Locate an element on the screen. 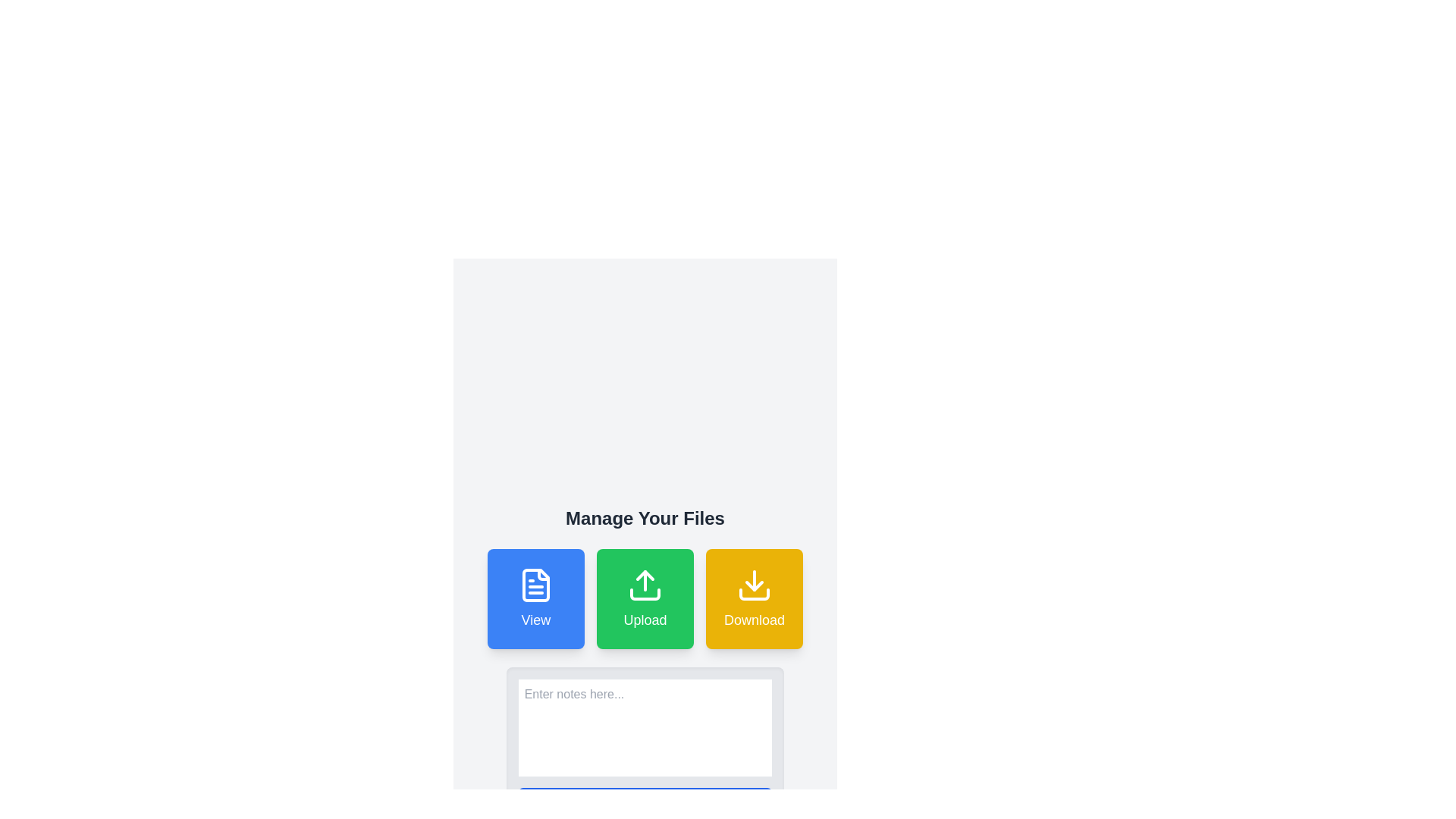 The height and width of the screenshot is (819, 1456). the large, bold text header reading 'Manage Your Files' which is centrally aligned above the buttons 'View,' 'Upload,' and 'Download.' is located at coordinates (645, 516).